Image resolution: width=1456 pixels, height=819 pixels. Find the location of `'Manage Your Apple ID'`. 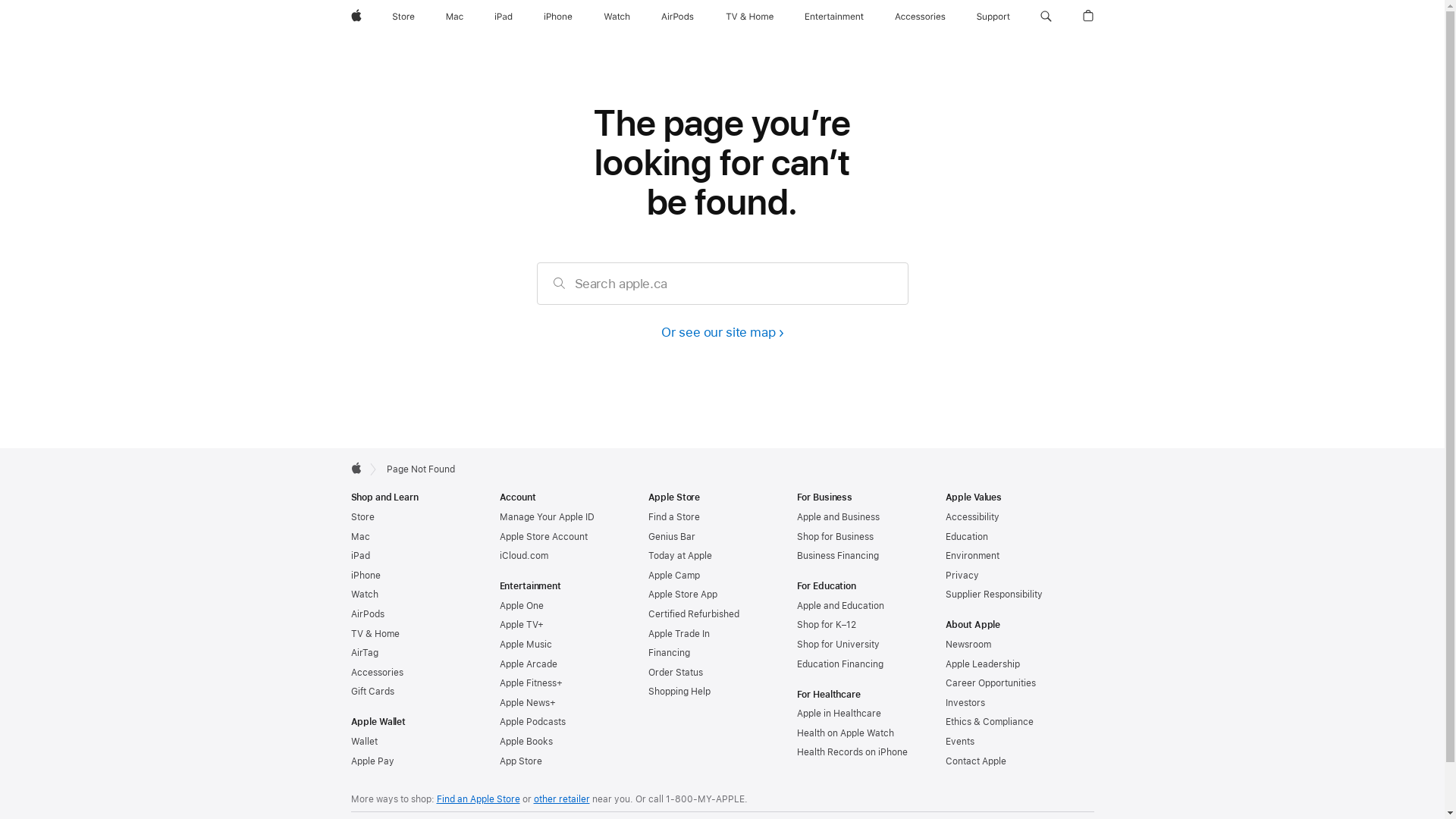

'Manage Your Apple ID' is located at coordinates (546, 516).